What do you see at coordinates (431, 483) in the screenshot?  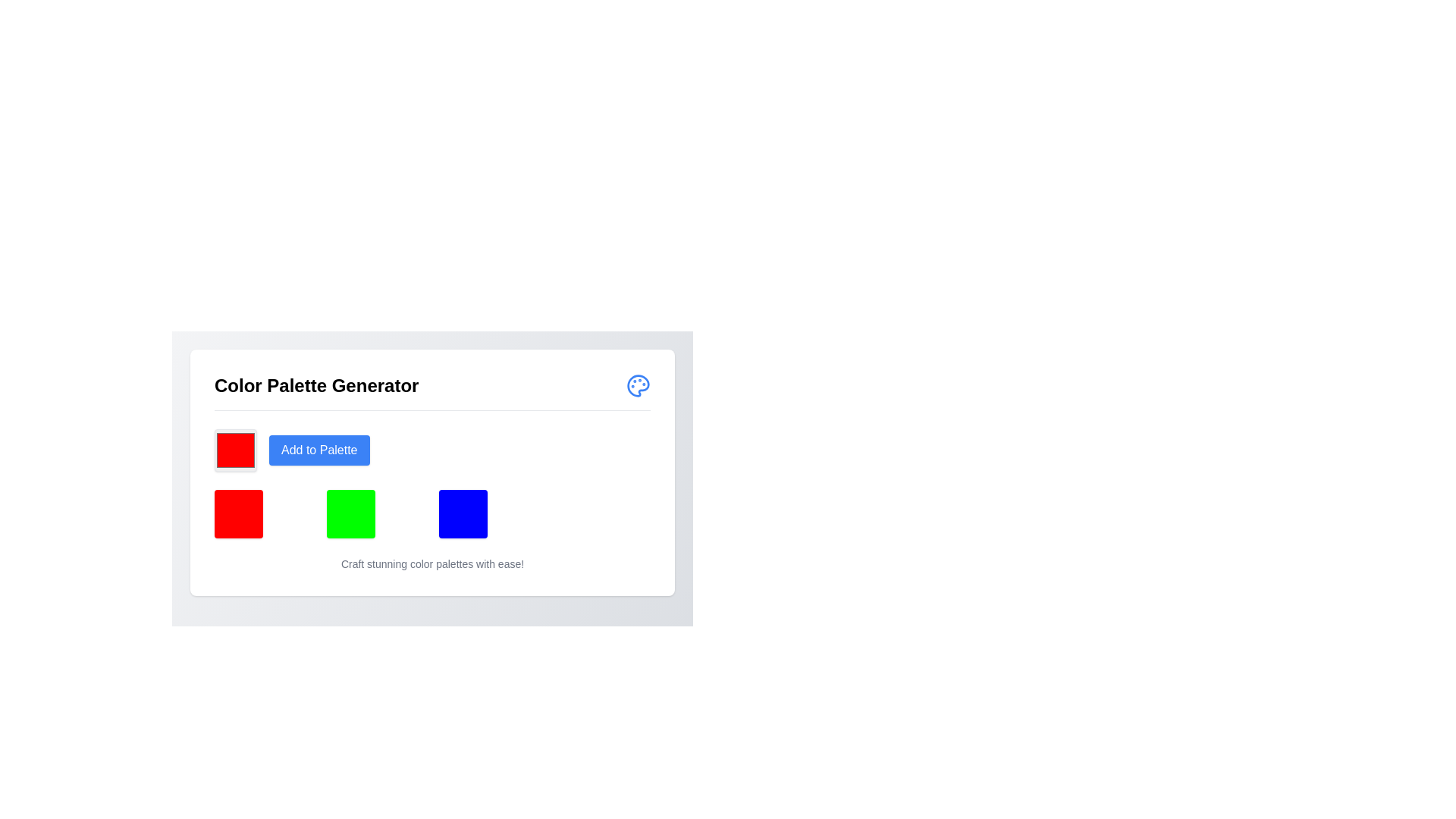 I see `to select the color represented by the third square color block in the palette generator, which is positioned between the green block and an empty space` at bounding box center [431, 483].